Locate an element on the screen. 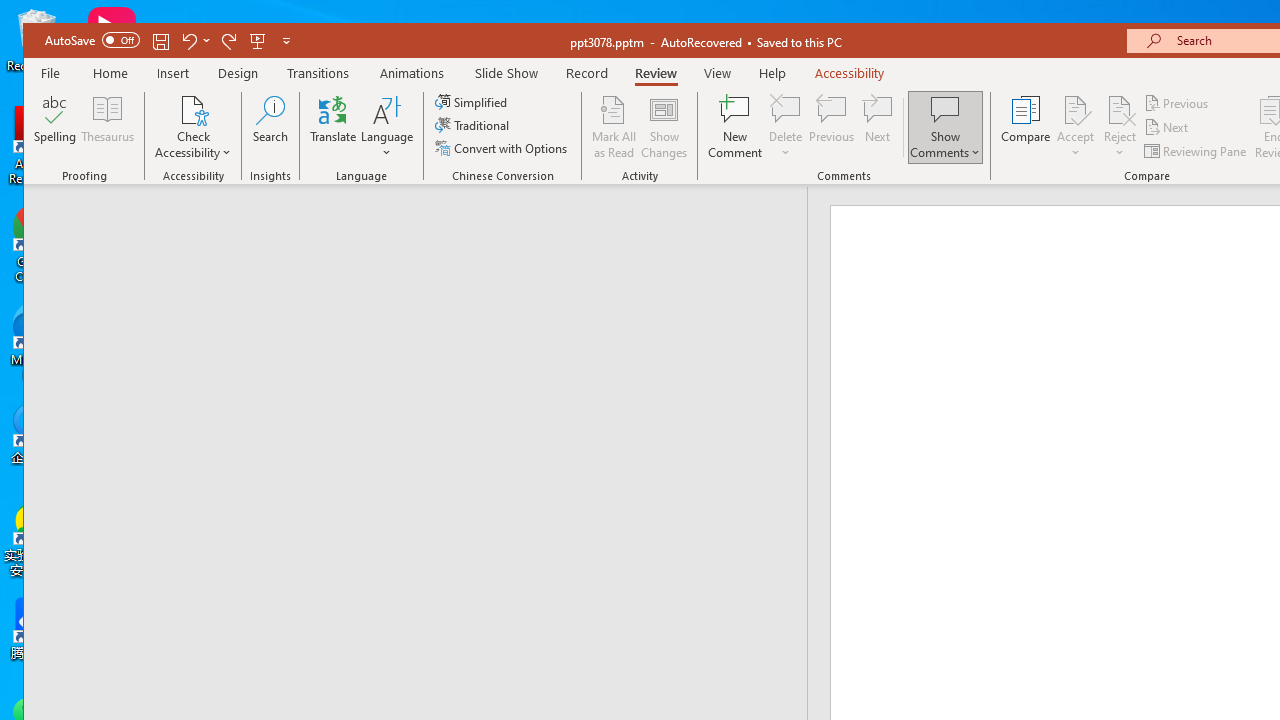 Image resolution: width=1280 pixels, height=720 pixels. 'Next' is located at coordinates (1168, 127).